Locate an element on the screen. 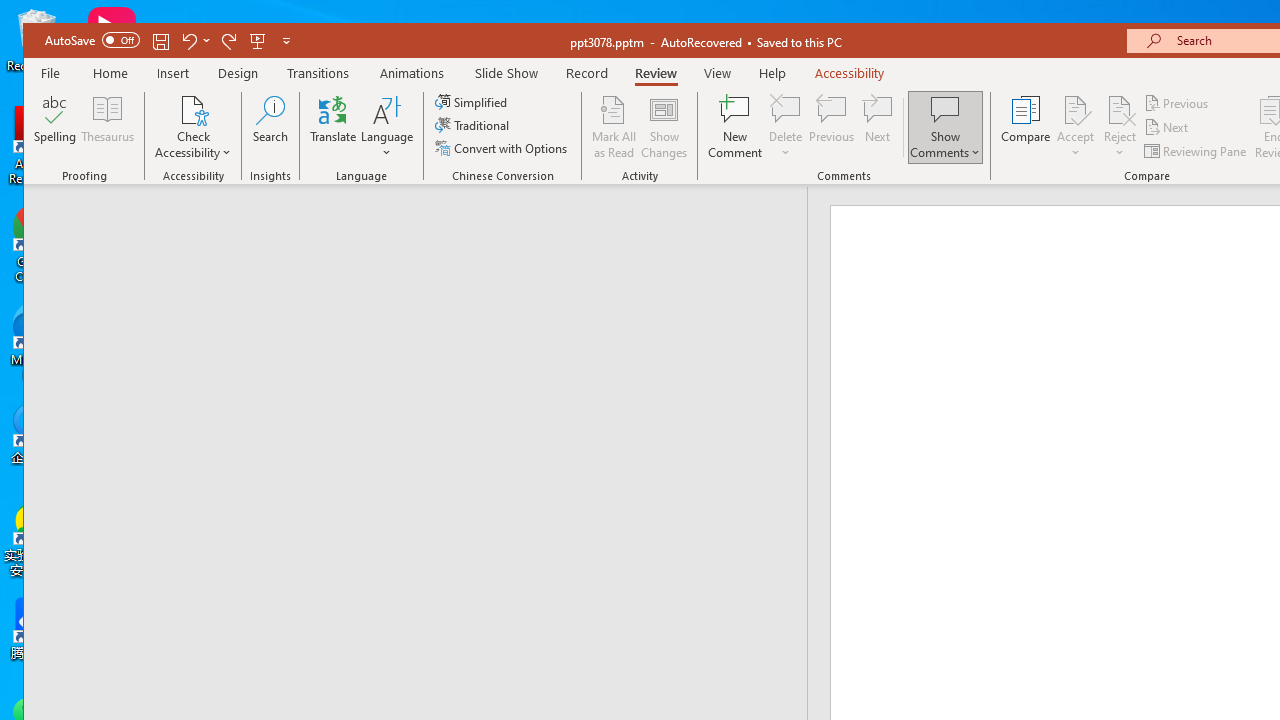 Image resolution: width=1280 pixels, height=720 pixels. 'Next' is located at coordinates (1168, 127).